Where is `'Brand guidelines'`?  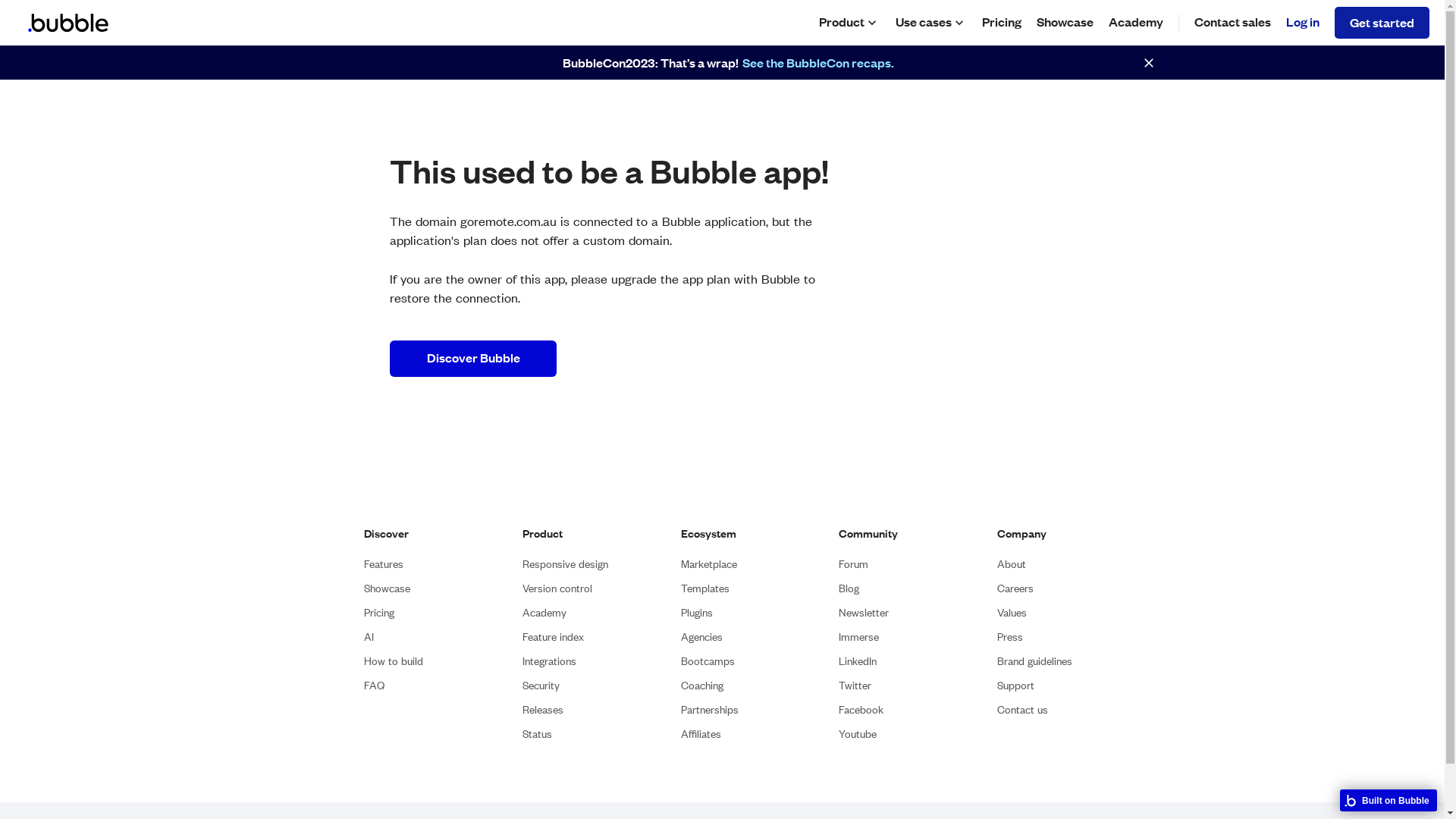
'Brand guidelines' is located at coordinates (1034, 660).